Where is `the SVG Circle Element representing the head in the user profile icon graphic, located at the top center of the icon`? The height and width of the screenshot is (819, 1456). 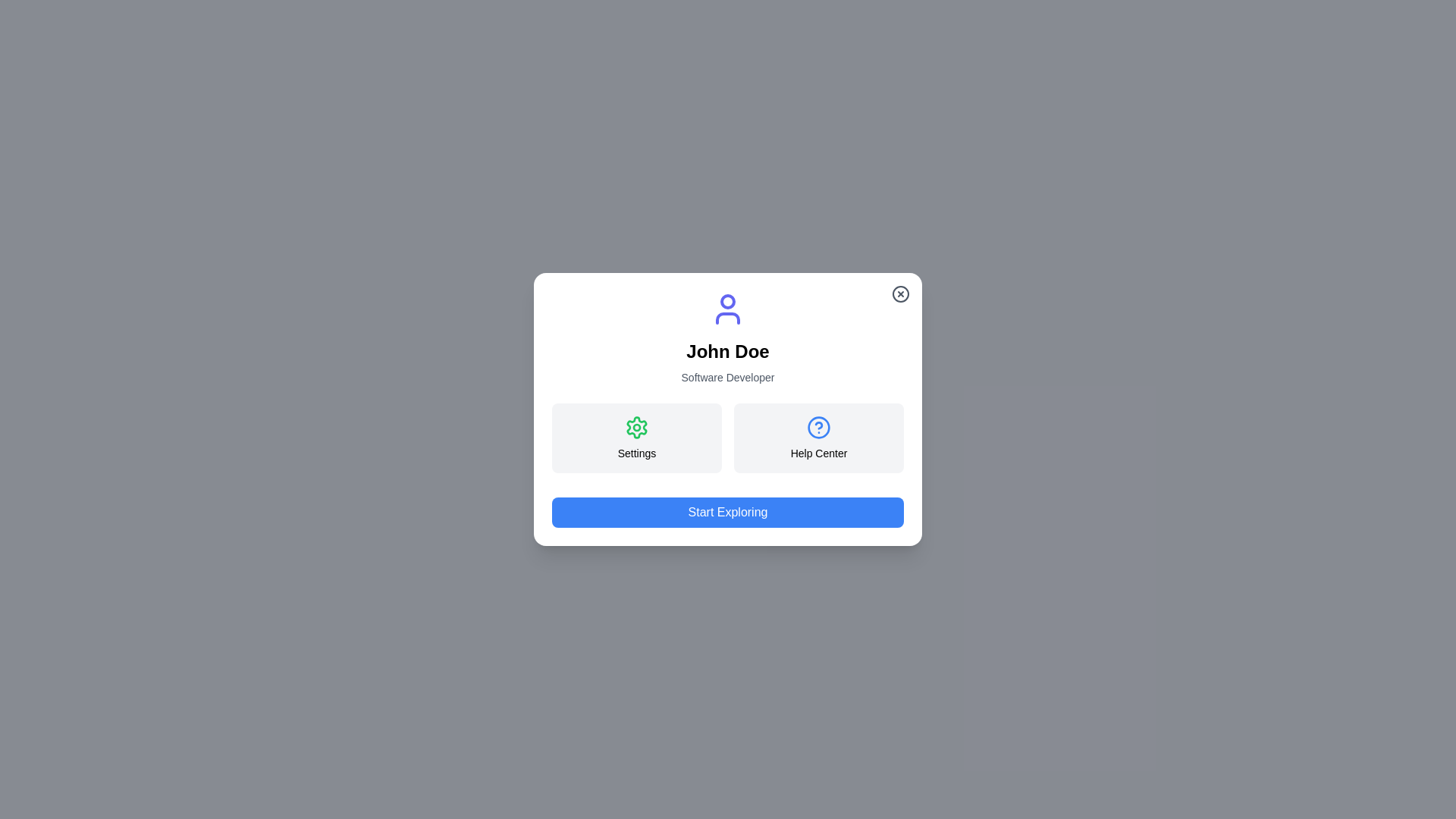 the SVG Circle Element representing the head in the user profile icon graphic, located at the top center of the icon is located at coordinates (728, 301).